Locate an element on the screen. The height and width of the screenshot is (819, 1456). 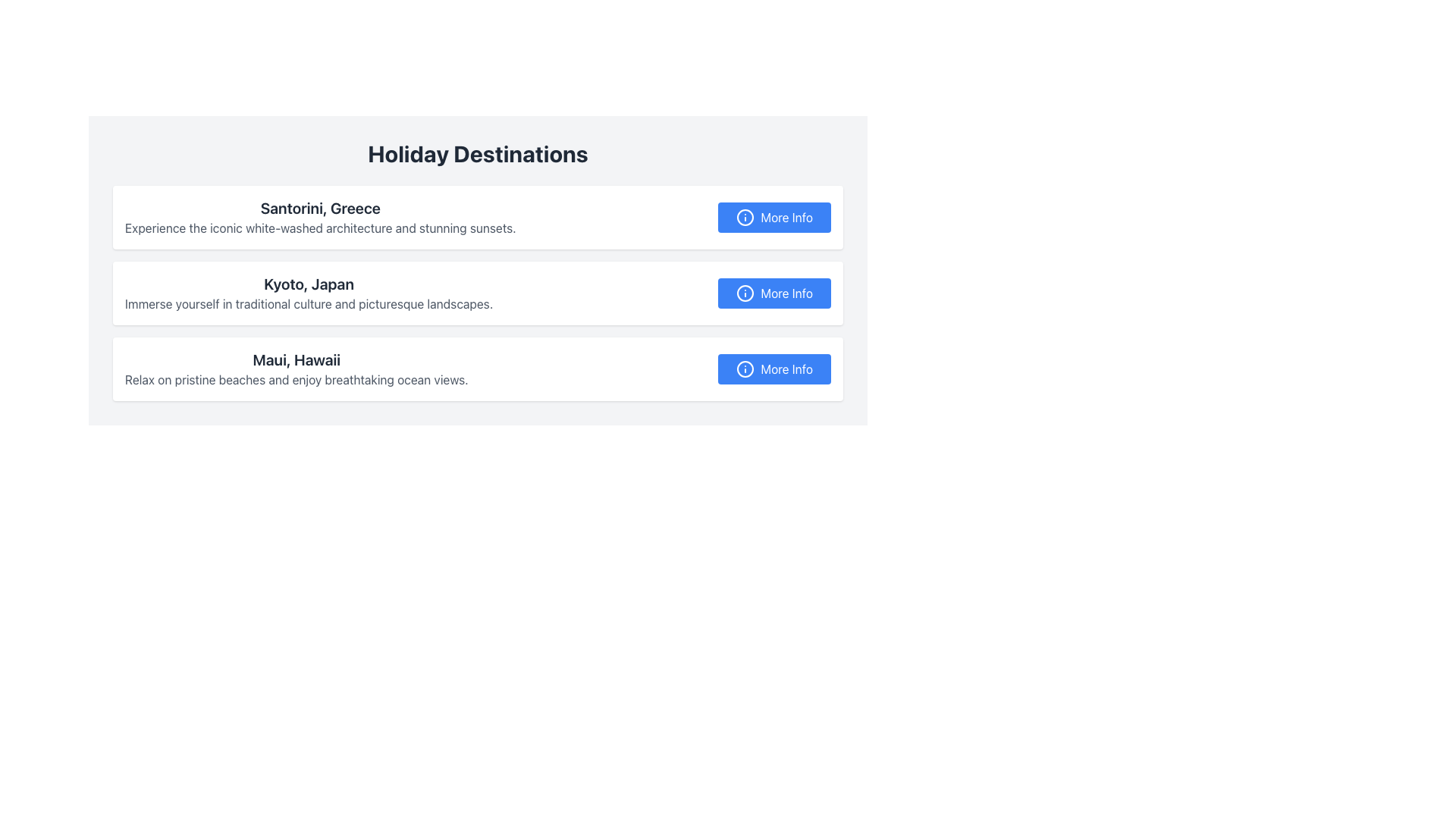
the button is located at coordinates (774, 293).